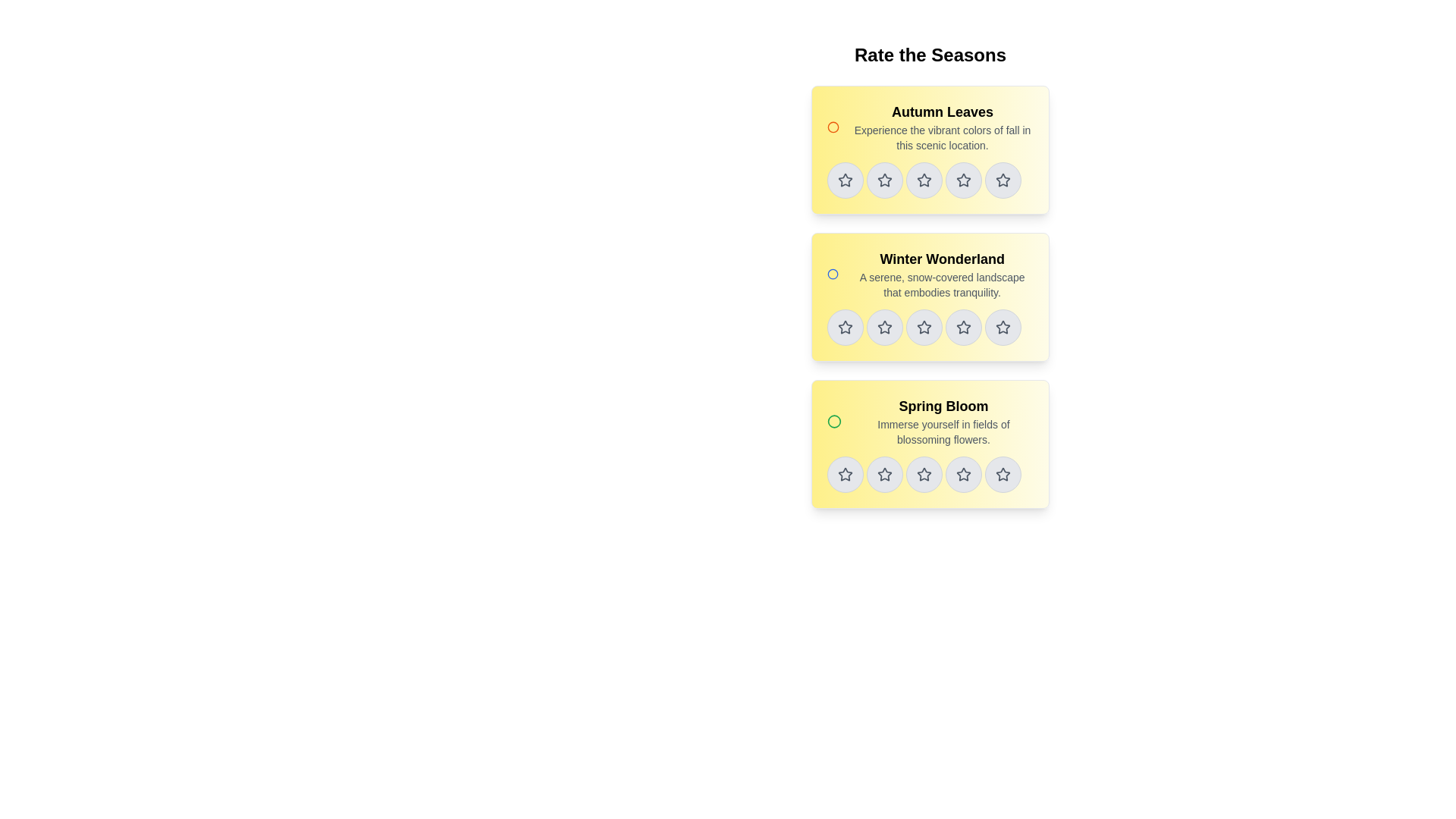 This screenshot has width=1456, height=819. What do you see at coordinates (844, 180) in the screenshot?
I see `the first rating star icon for the 'Autumn Leaves' item in the 'Rate the Seasons' list to rate it` at bounding box center [844, 180].